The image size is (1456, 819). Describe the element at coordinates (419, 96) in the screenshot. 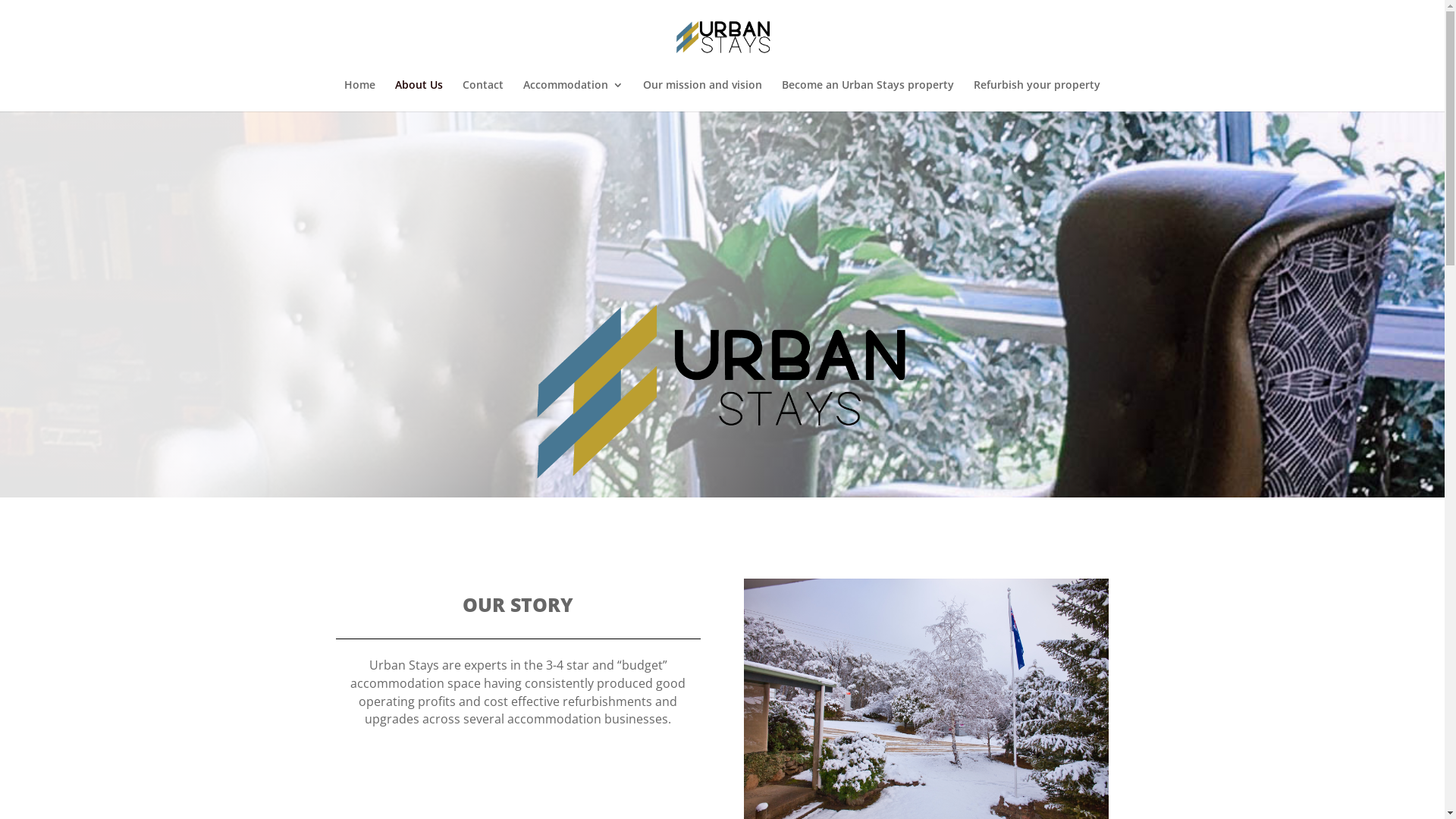

I see `'About Us'` at that location.